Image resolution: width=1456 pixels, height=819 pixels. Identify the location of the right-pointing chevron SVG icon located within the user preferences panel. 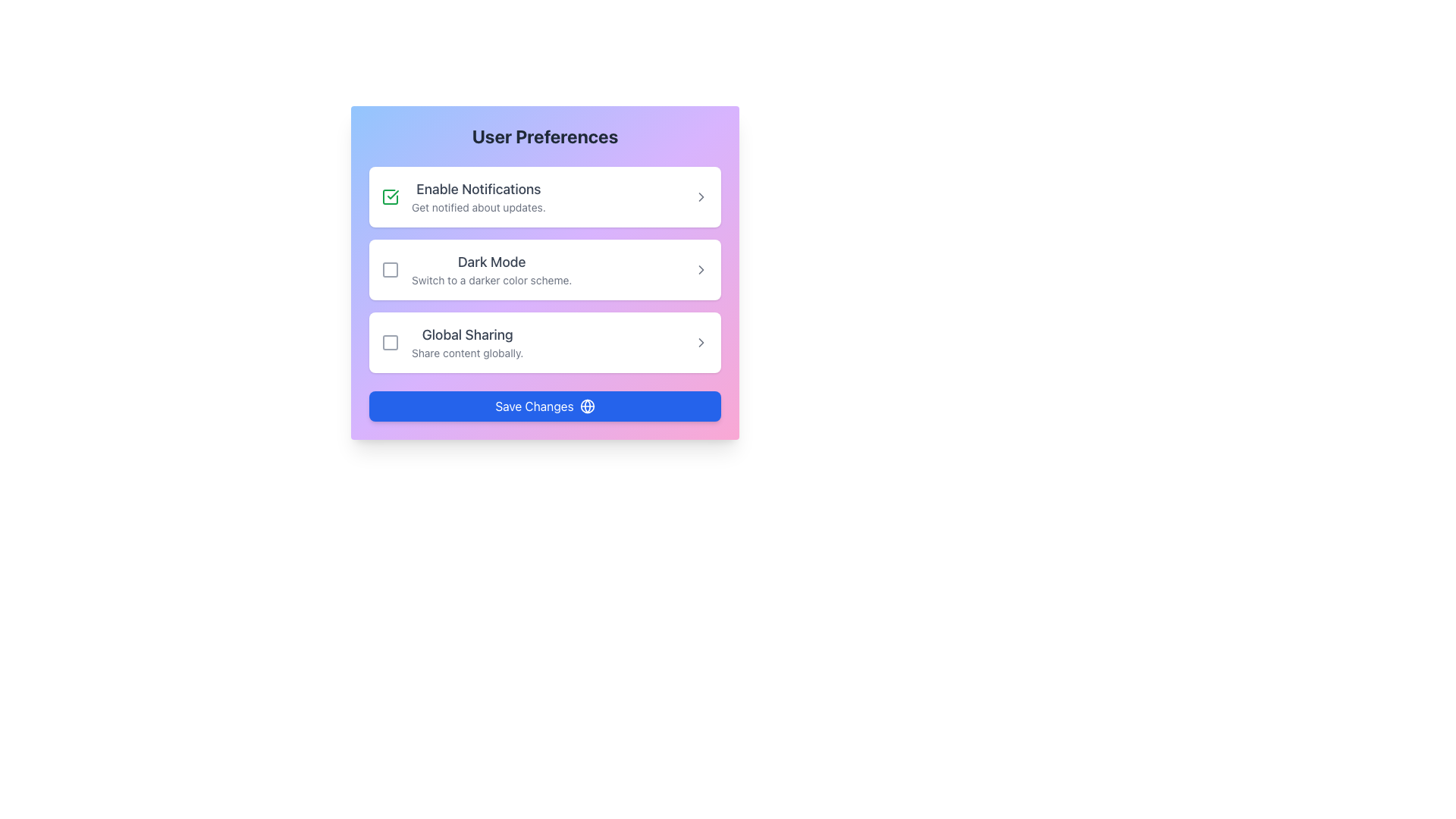
(701, 268).